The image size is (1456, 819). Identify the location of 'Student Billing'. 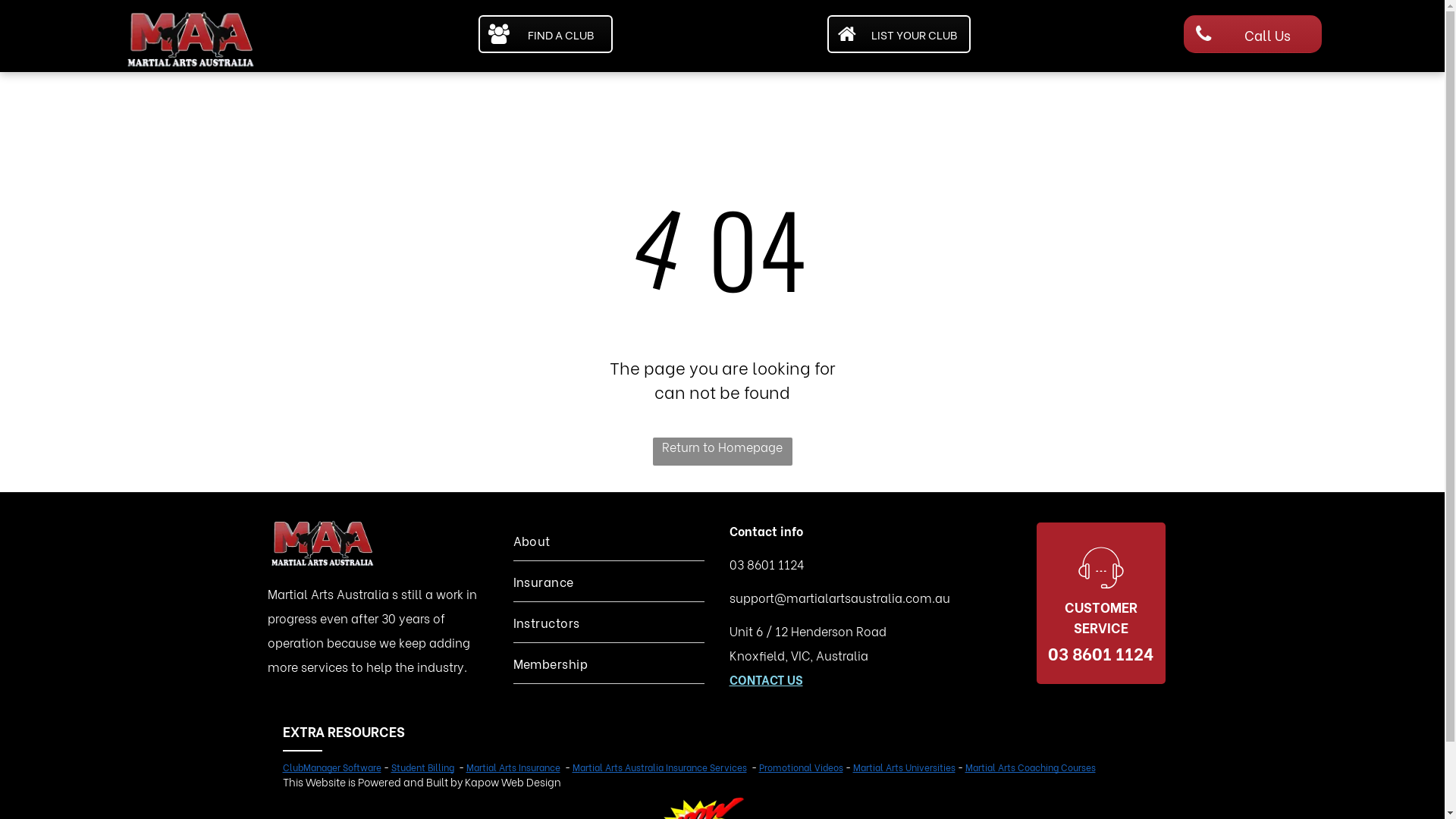
(422, 767).